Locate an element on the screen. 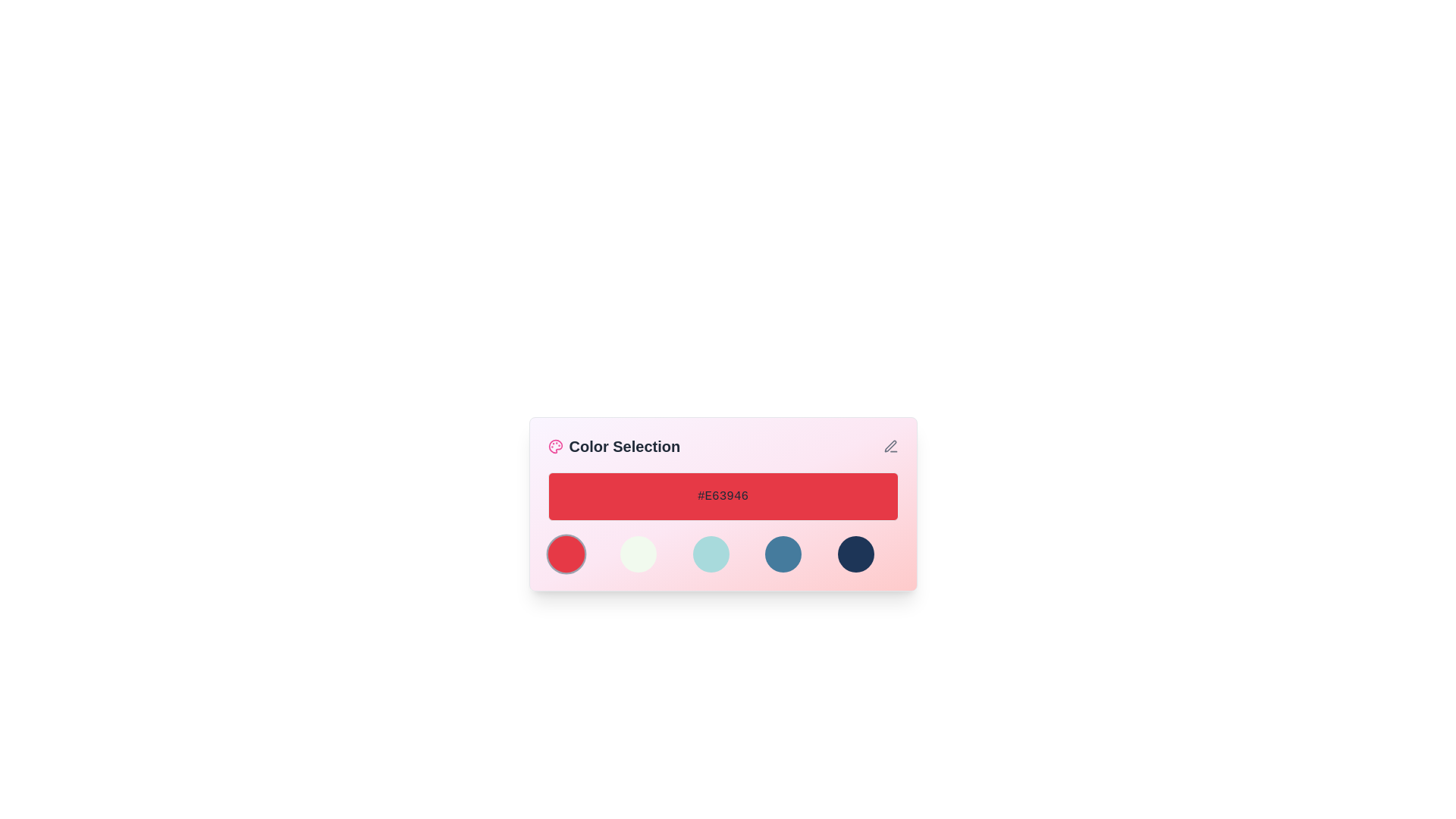 The height and width of the screenshot is (819, 1456). the small, curved pen-like icon located in the top-right corner of the Color Selection panel, adjacent to the 'Color Selection' label is located at coordinates (890, 445).